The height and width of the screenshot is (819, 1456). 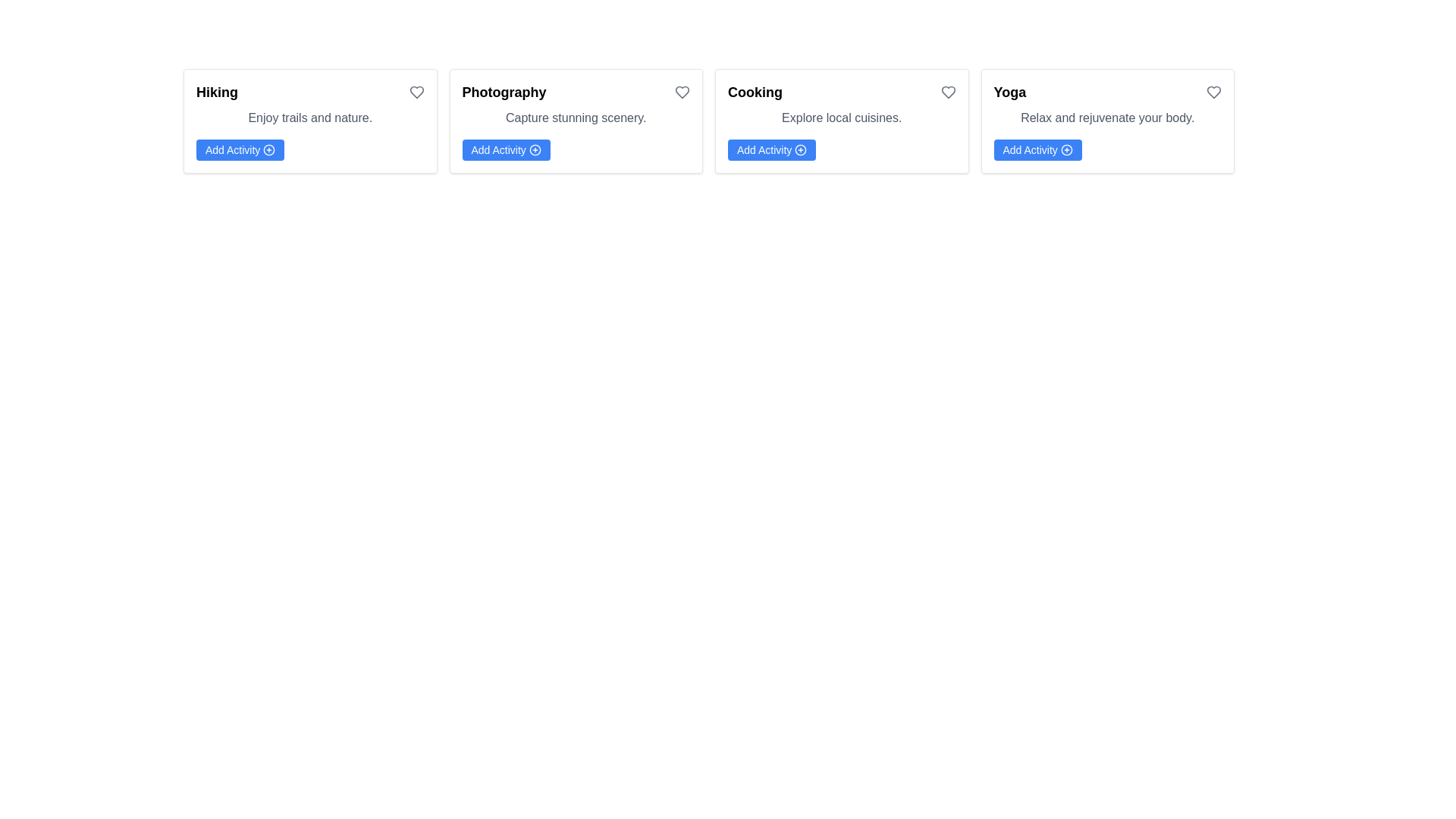 I want to click on the button located directly below the text 'Relax and rejuvenate your body.' in the 'Yoga' activity card, so click(x=1037, y=149).